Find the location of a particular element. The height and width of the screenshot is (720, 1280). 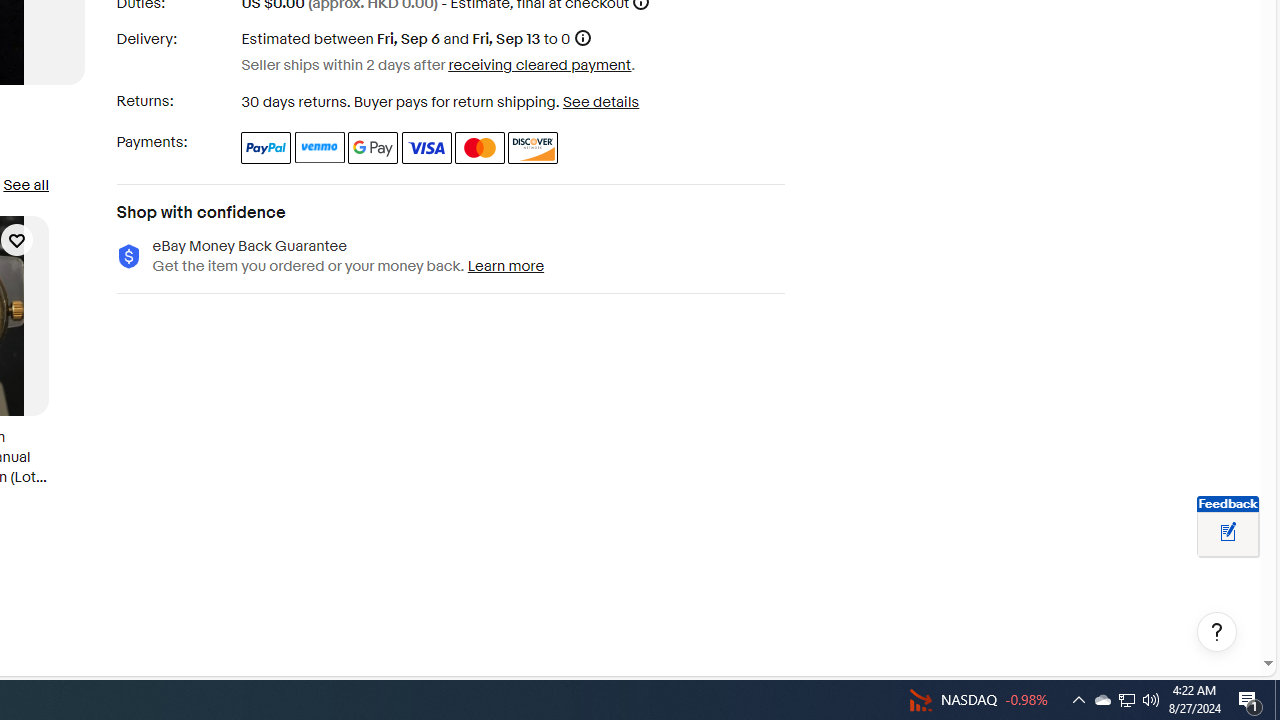

'Visa' is located at coordinates (425, 146).